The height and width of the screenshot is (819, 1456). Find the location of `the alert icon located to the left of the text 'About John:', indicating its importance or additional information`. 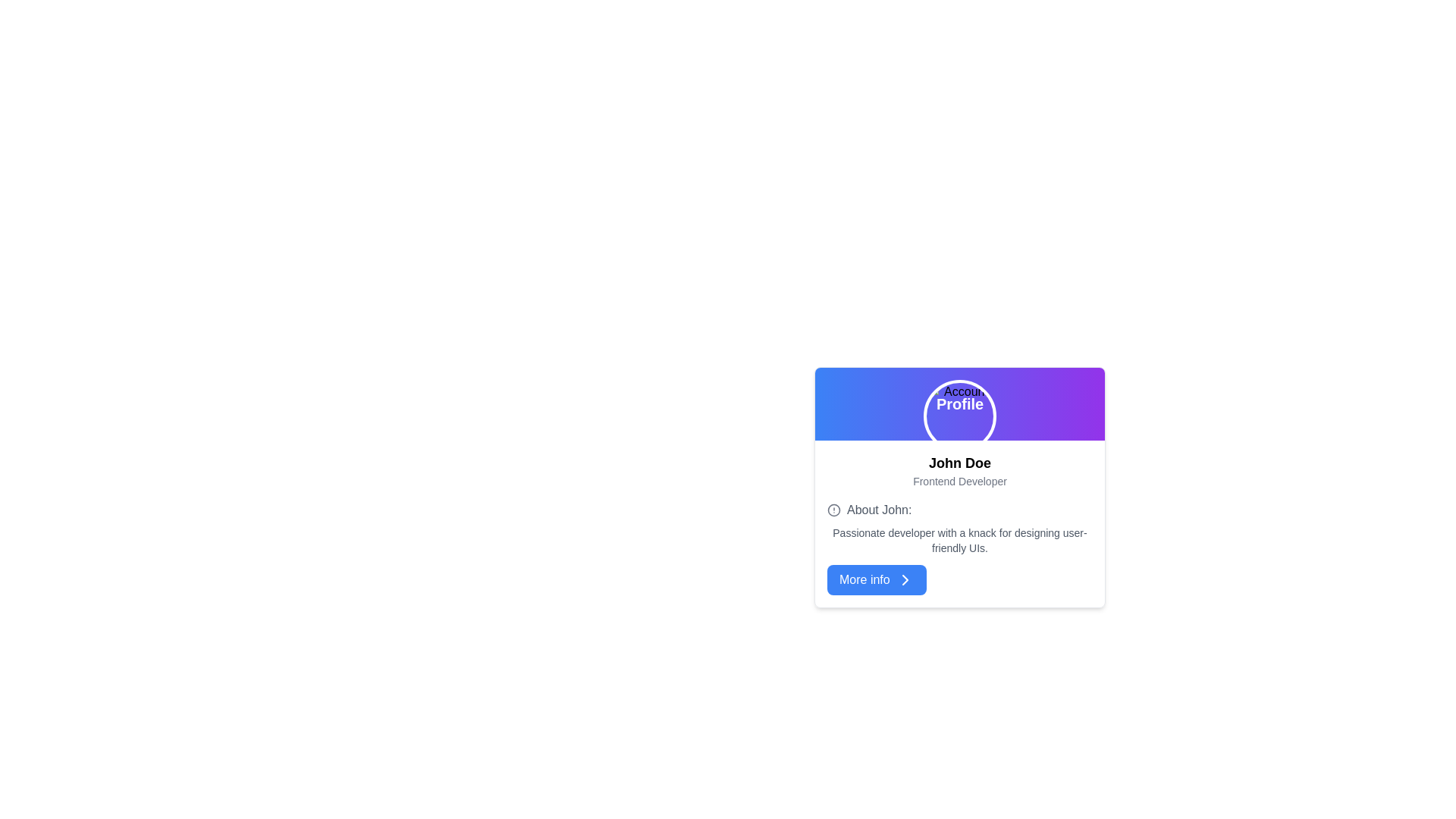

the alert icon located to the left of the text 'About John:', indicating its importance or additional information is located at coordinates (833, 510).